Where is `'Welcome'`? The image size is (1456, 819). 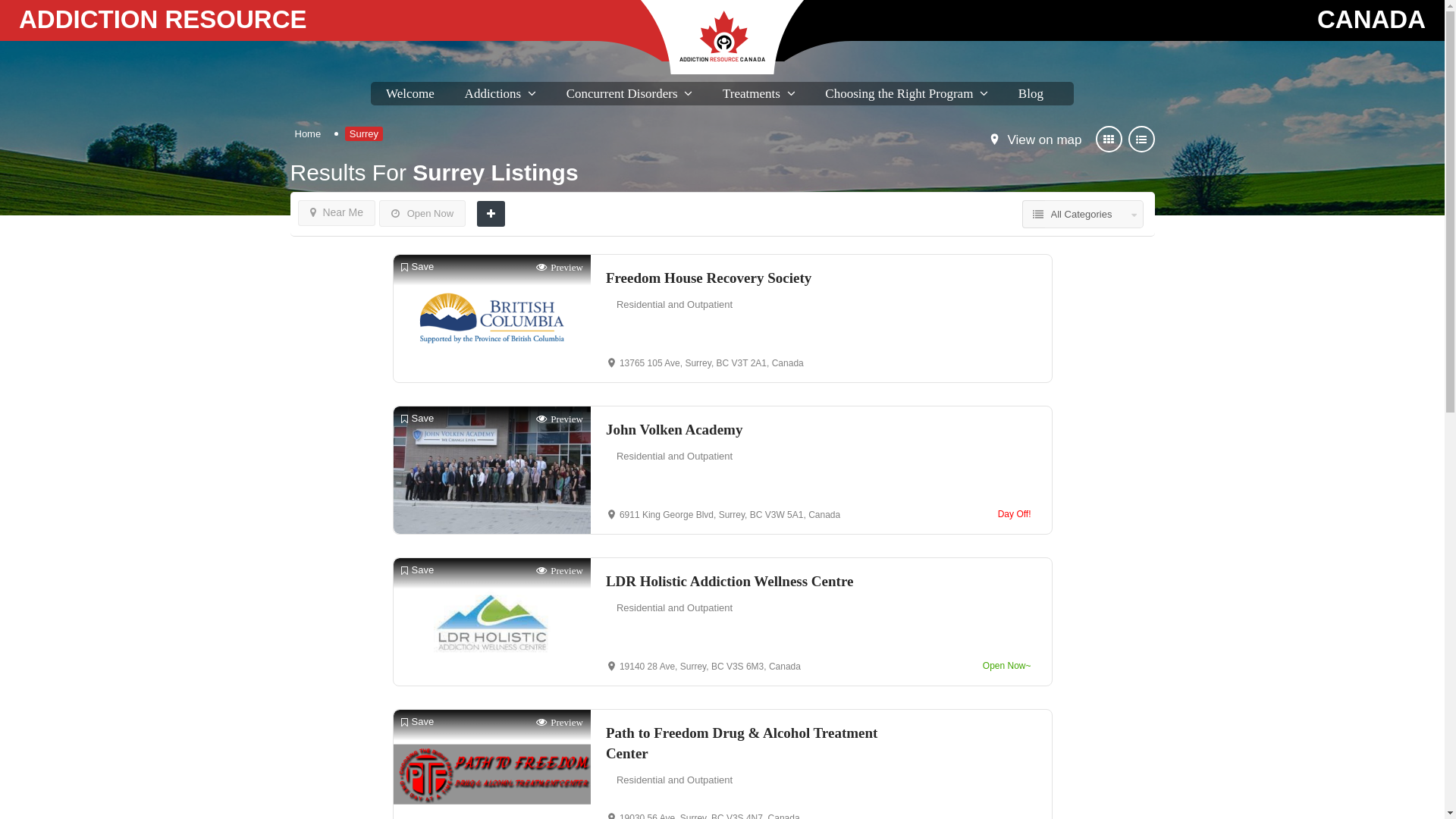 'Welcome' is located at coordinates (410, 93).